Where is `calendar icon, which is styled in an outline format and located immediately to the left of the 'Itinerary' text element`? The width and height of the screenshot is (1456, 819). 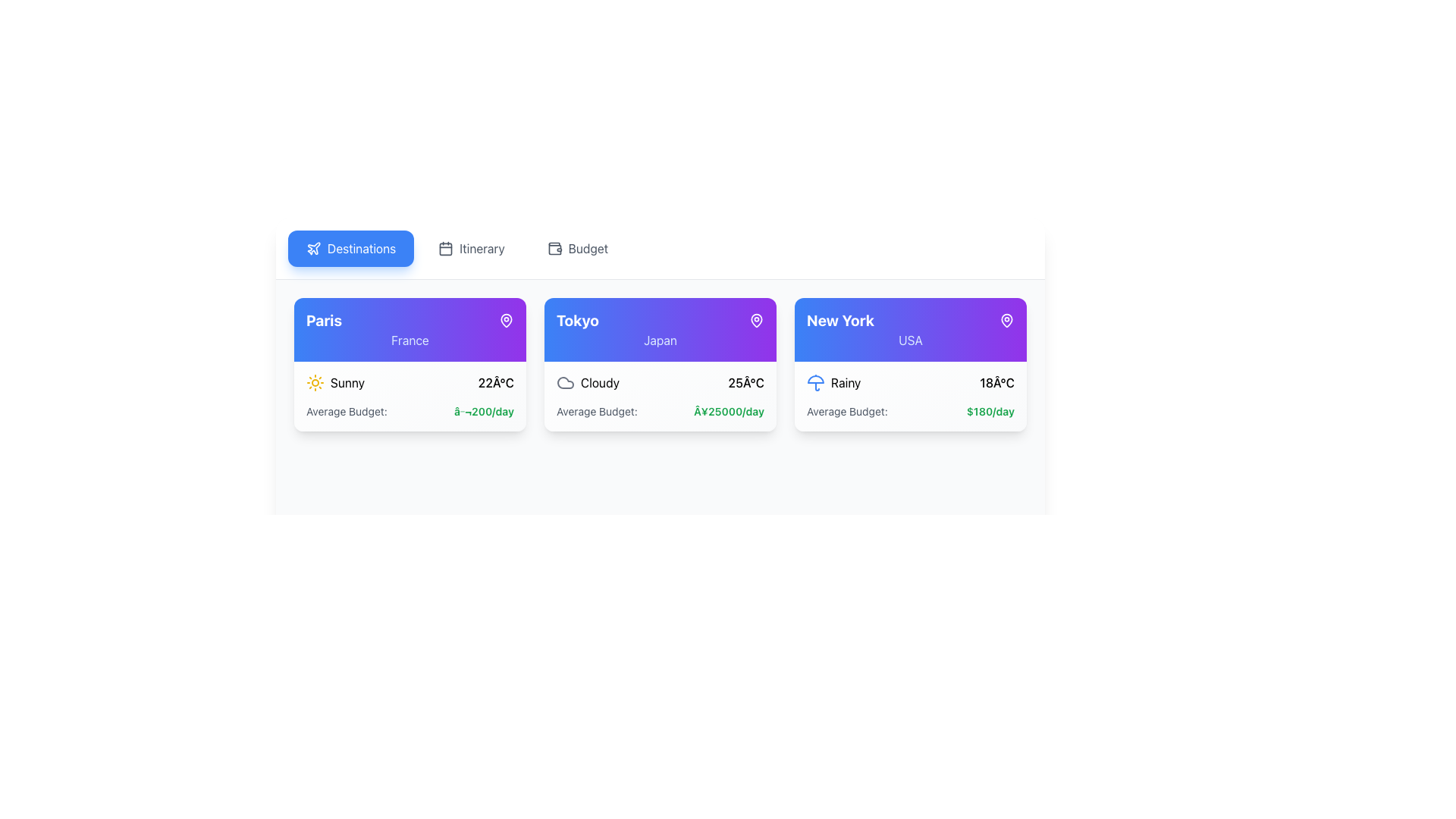 calendar icon, which is styled in an outline format and located immediately to the left of the 'Itinerary' text element is located at coordinates (445, 247).